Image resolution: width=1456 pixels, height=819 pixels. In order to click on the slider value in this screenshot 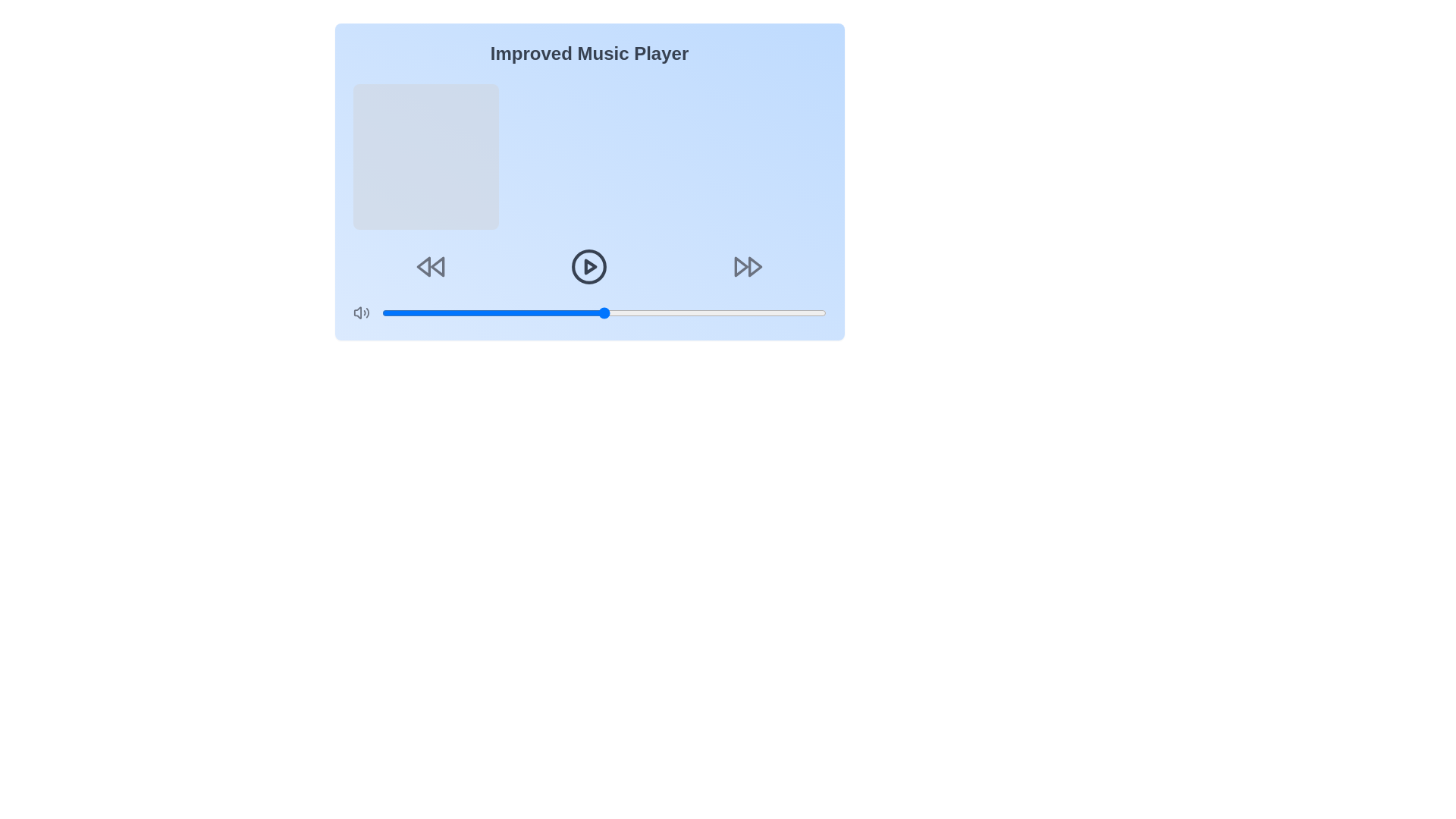, I will do `click(572, 312)`.